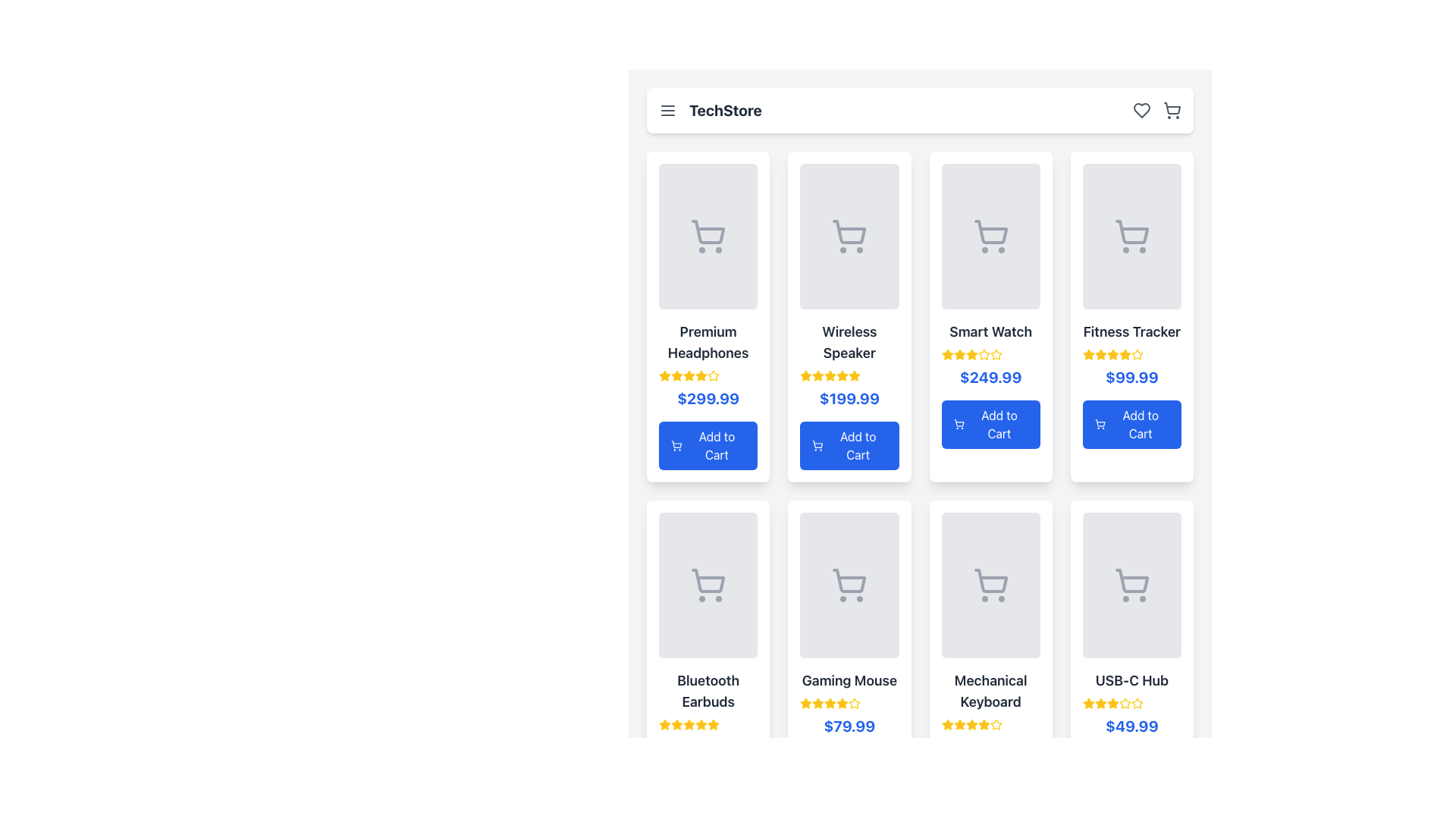  What do you see at coordinates (984, 724) in the screenshot?
I see `the fifth star icon in the rating component of the product card titled 'Mechanical Keyboard' to indicate a rating` at bounding box center [984, 724].